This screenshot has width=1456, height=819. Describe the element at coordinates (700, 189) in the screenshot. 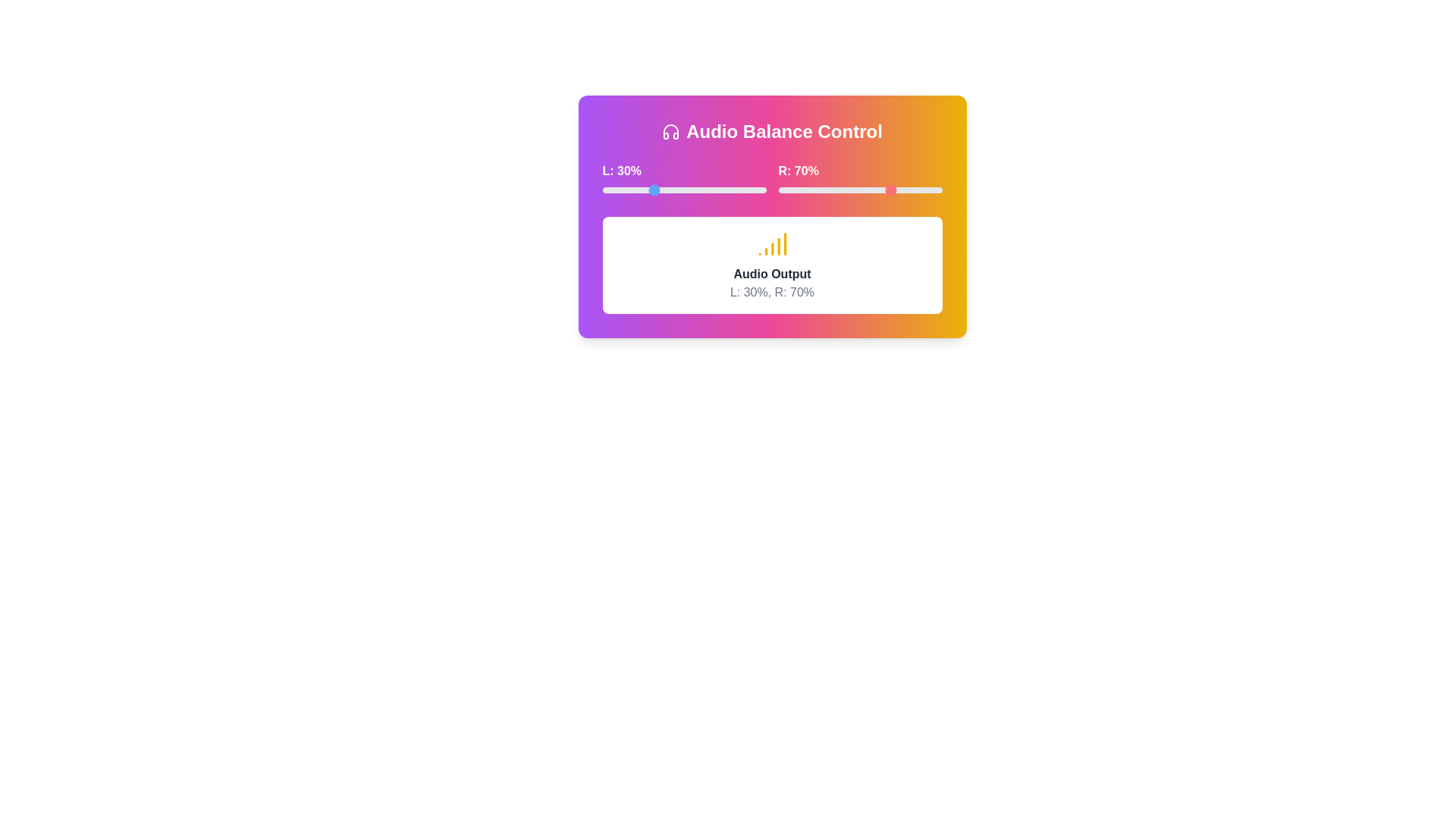

I see `the left volume slider to 60%` at that location.